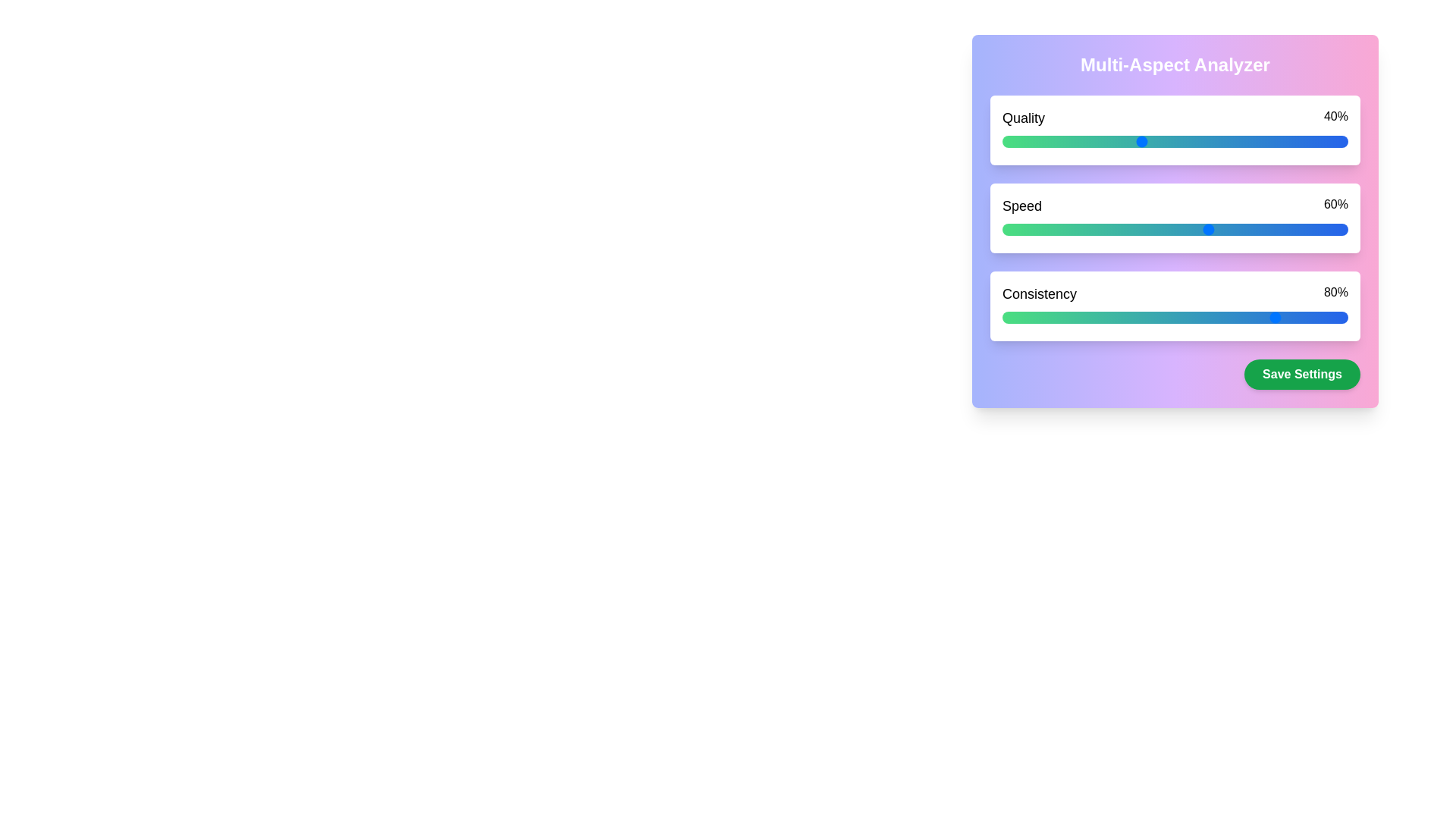  Describe the element at coordinates (1087, 317) in the screenshot. I see `the slider value` at that location.